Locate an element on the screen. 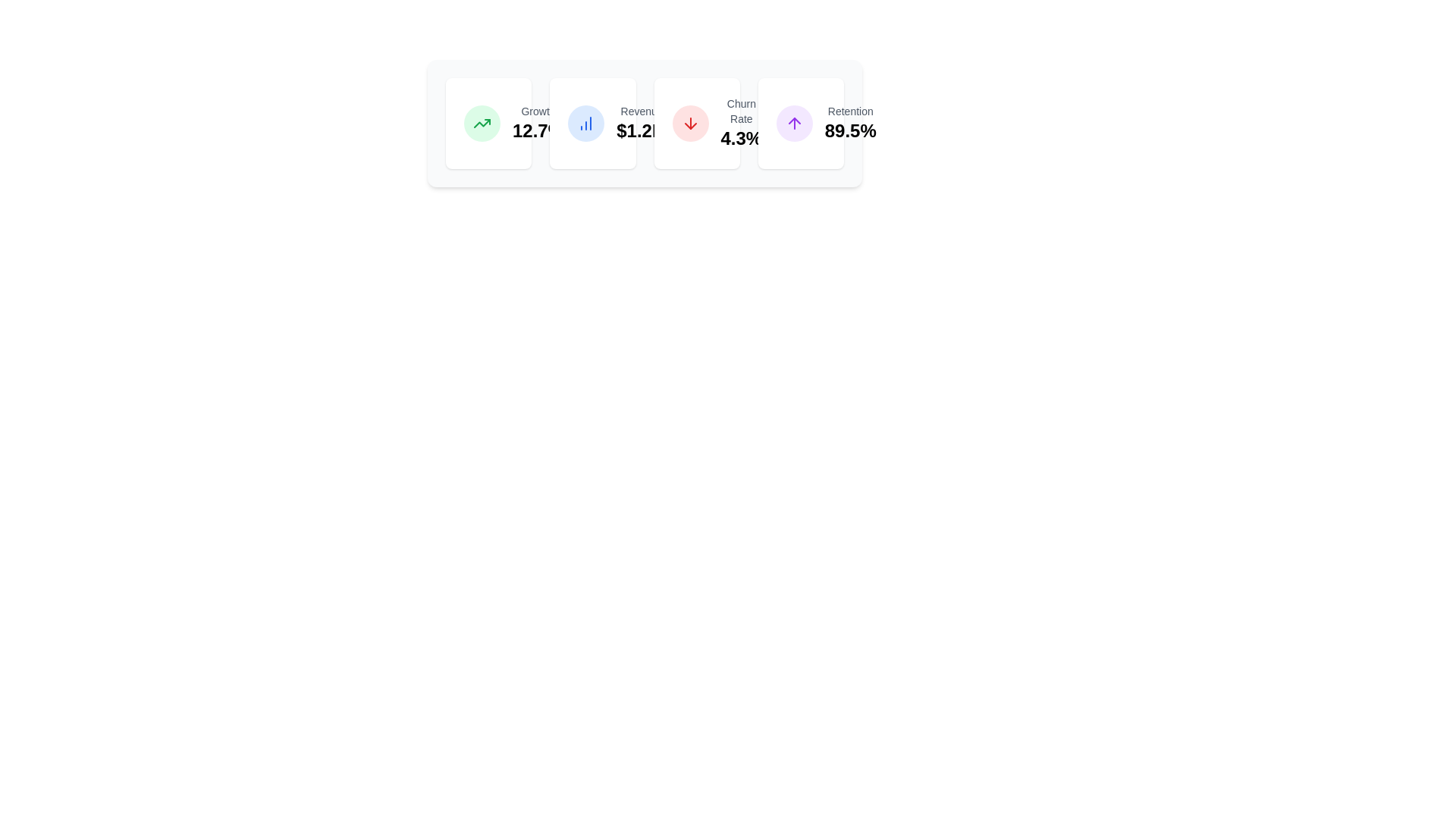  the visual styling of the green line graph icon with an upward trend arrow, which is centrally placed within a green circular background above the text 'Growth' and the value '12.7%' is located at coordinates (481, 122).